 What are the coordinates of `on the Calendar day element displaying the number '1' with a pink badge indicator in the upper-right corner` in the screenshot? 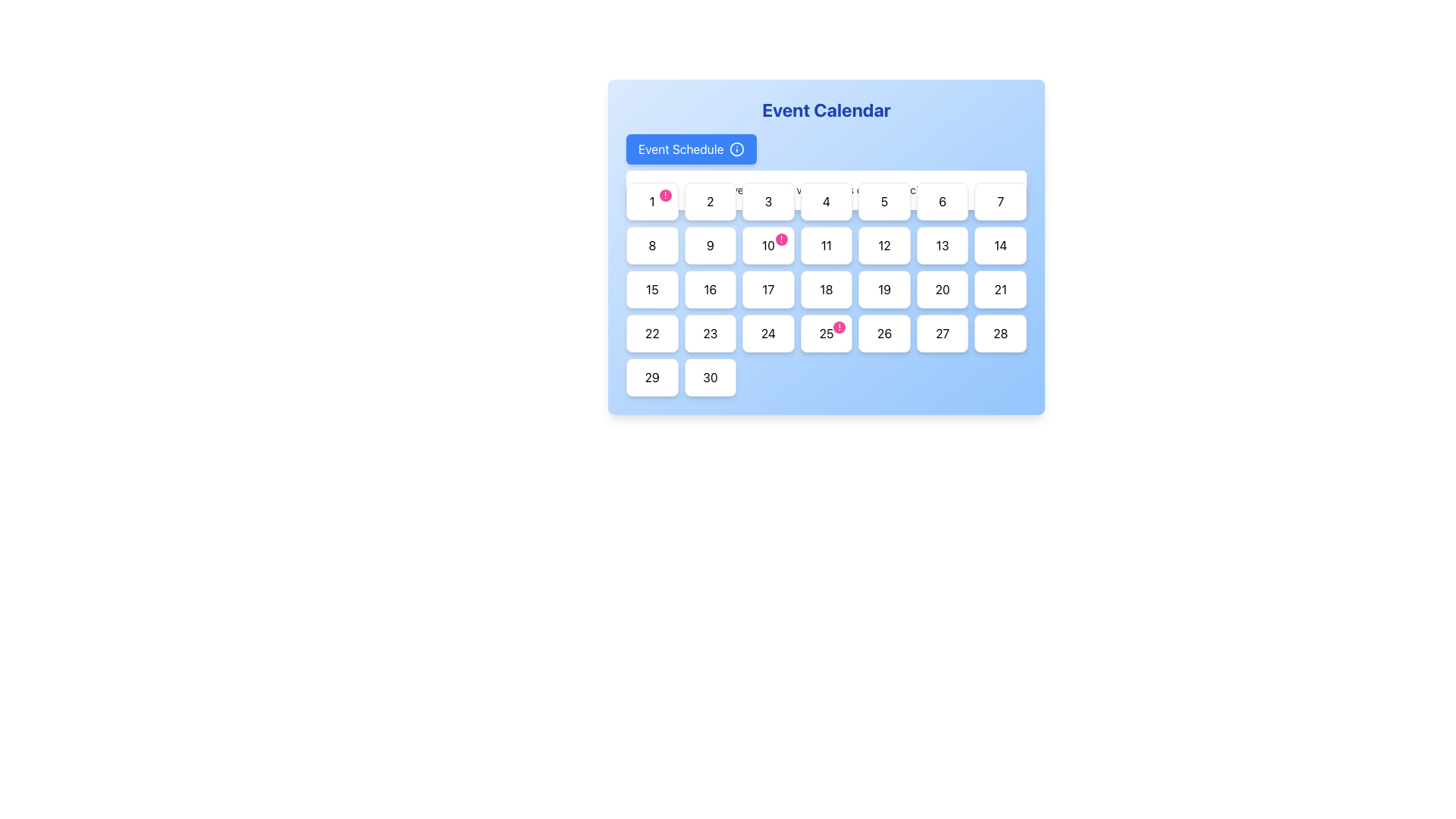 It's located at (652, 201).